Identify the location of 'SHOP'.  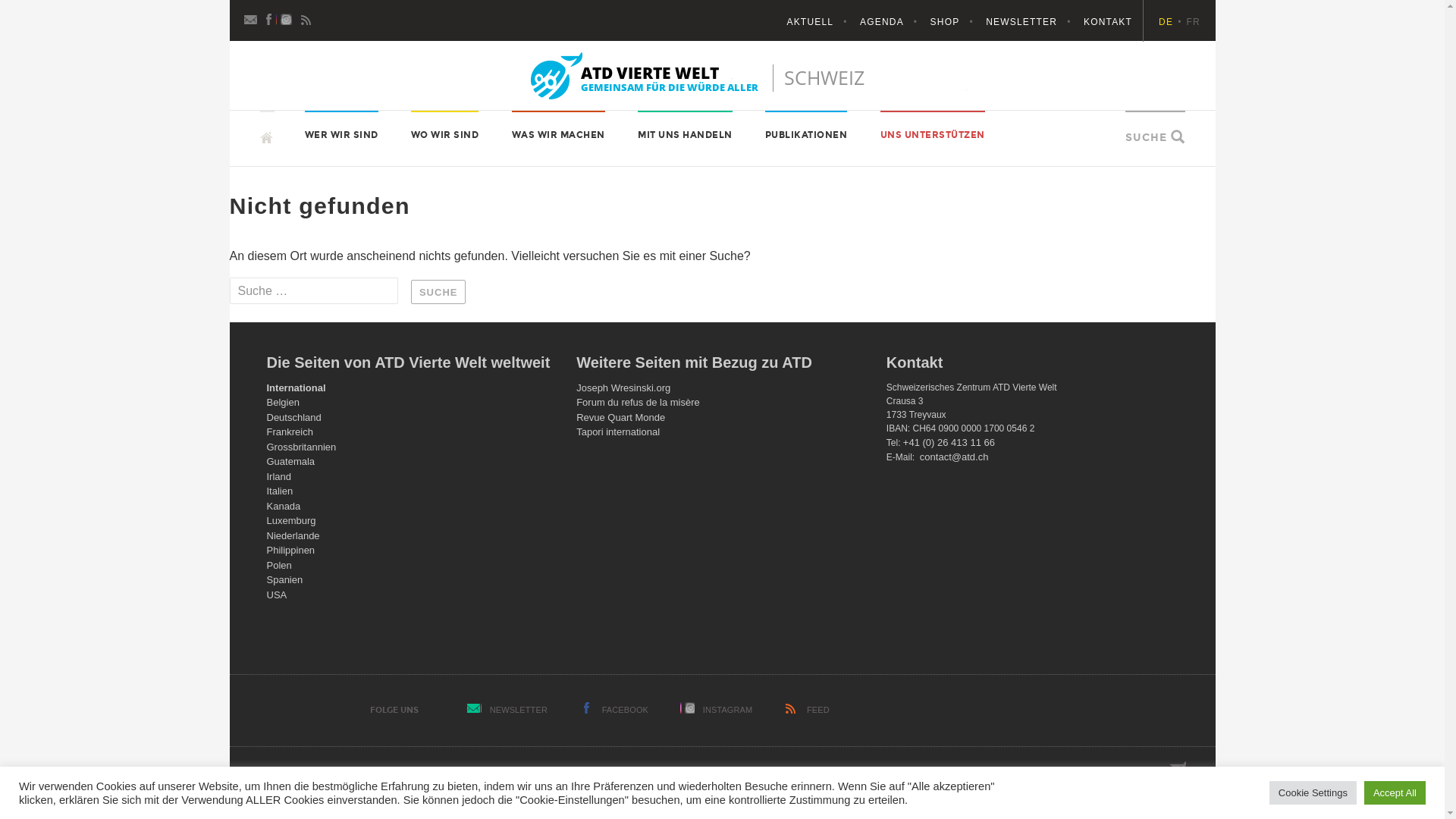
(956, 22).